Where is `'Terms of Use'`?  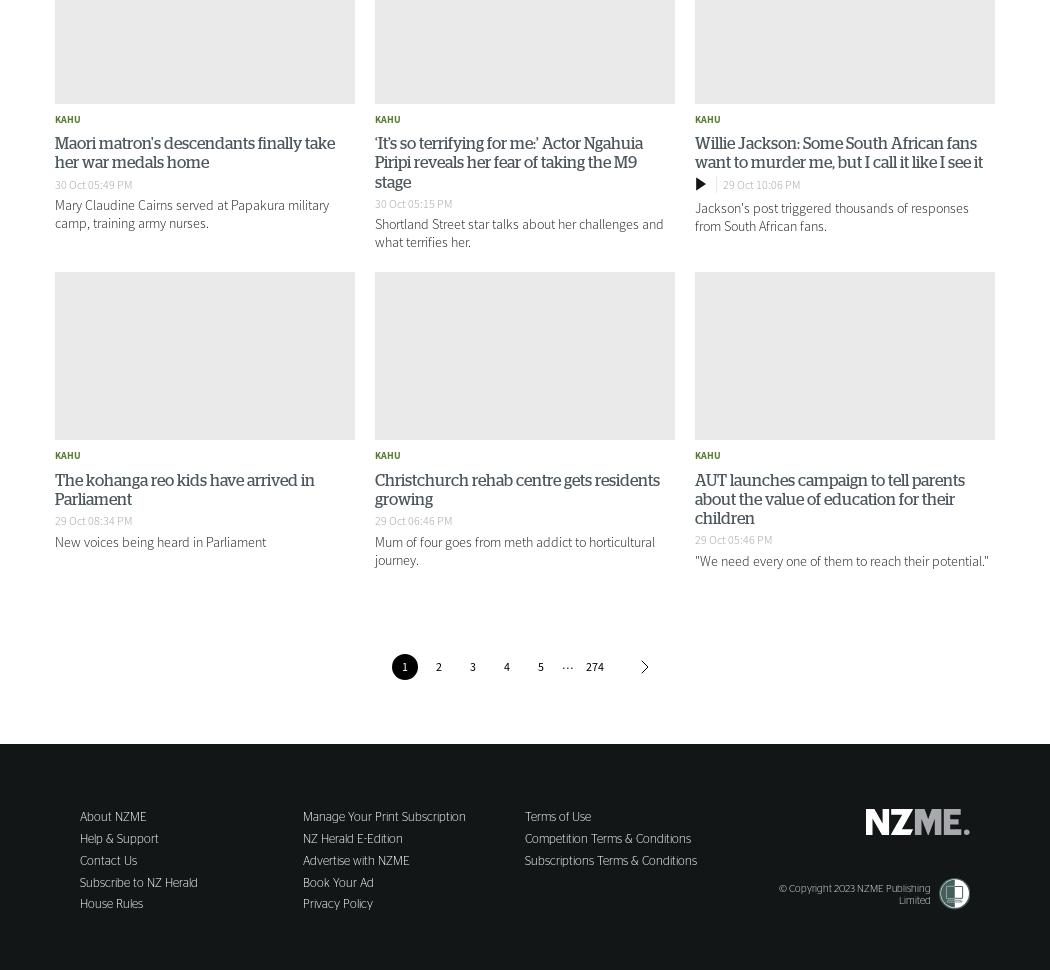
'Terms of Use' is located at coordinates (557, 817).